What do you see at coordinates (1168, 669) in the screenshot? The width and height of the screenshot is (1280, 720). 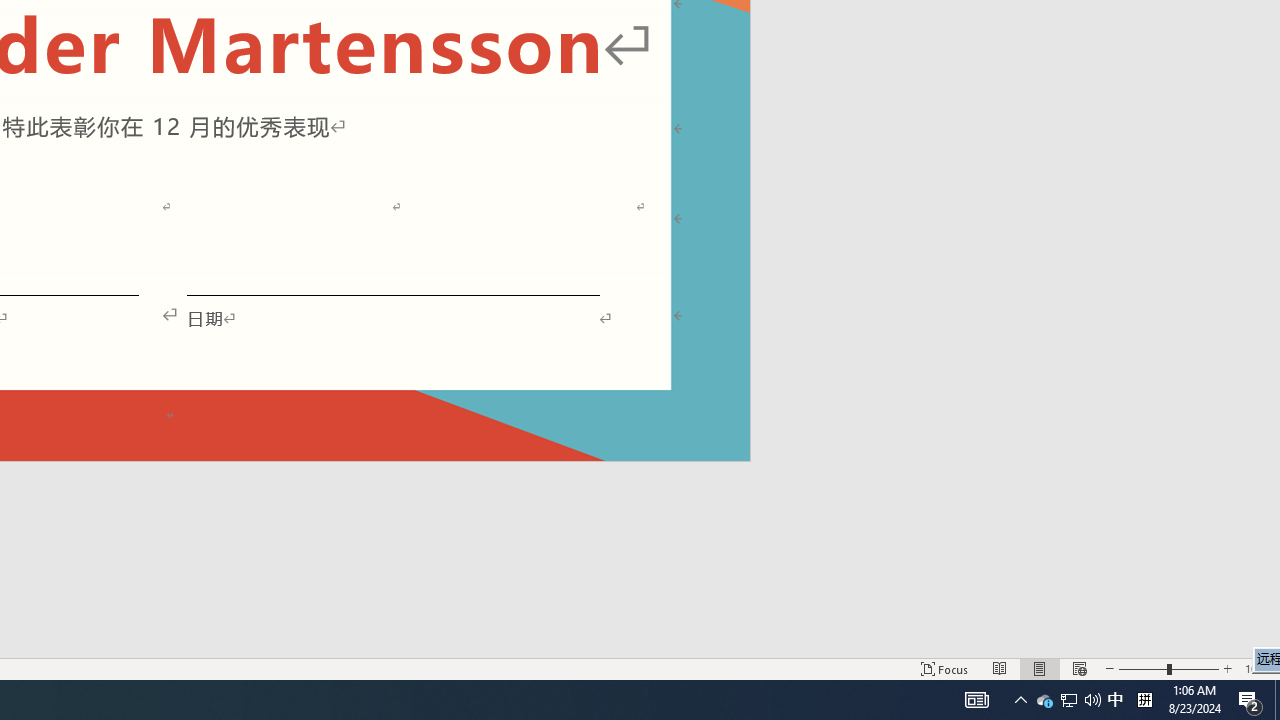 I see `'Zoom'` at bounding box center [1168, 669].